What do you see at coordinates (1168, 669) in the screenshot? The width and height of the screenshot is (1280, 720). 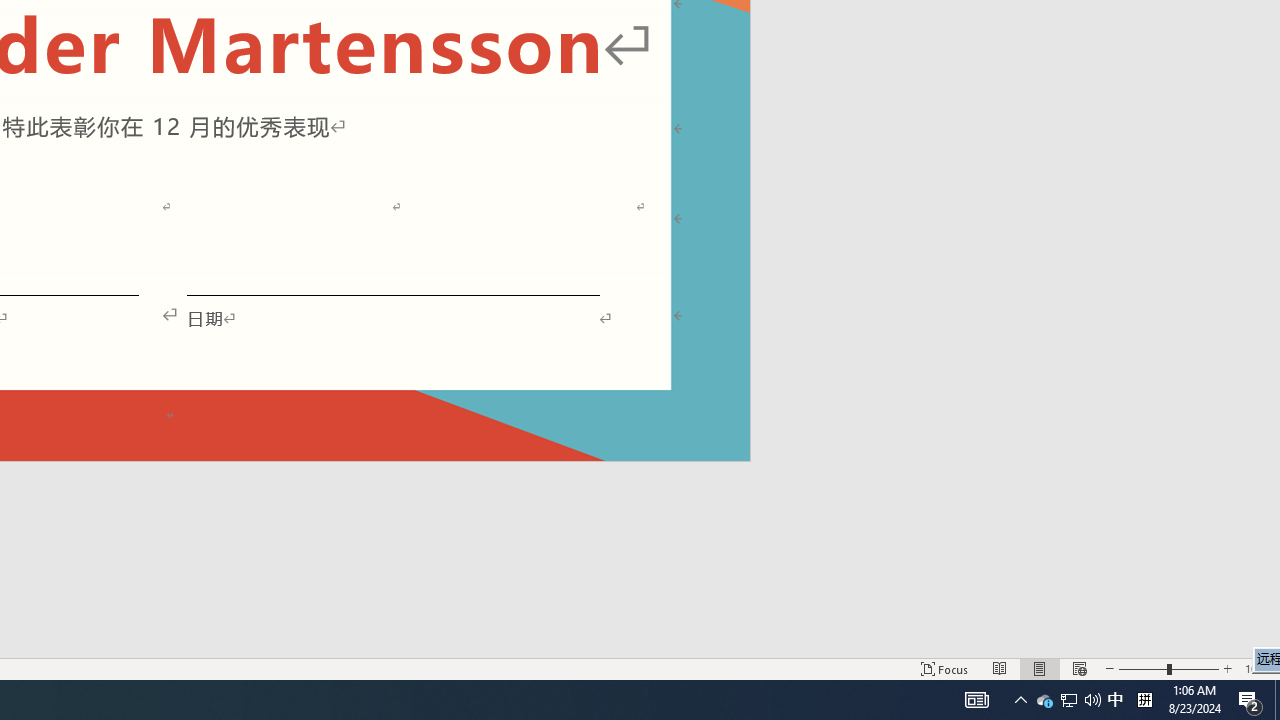 I see `'Zoom'` at bounding box center [1168, 669].